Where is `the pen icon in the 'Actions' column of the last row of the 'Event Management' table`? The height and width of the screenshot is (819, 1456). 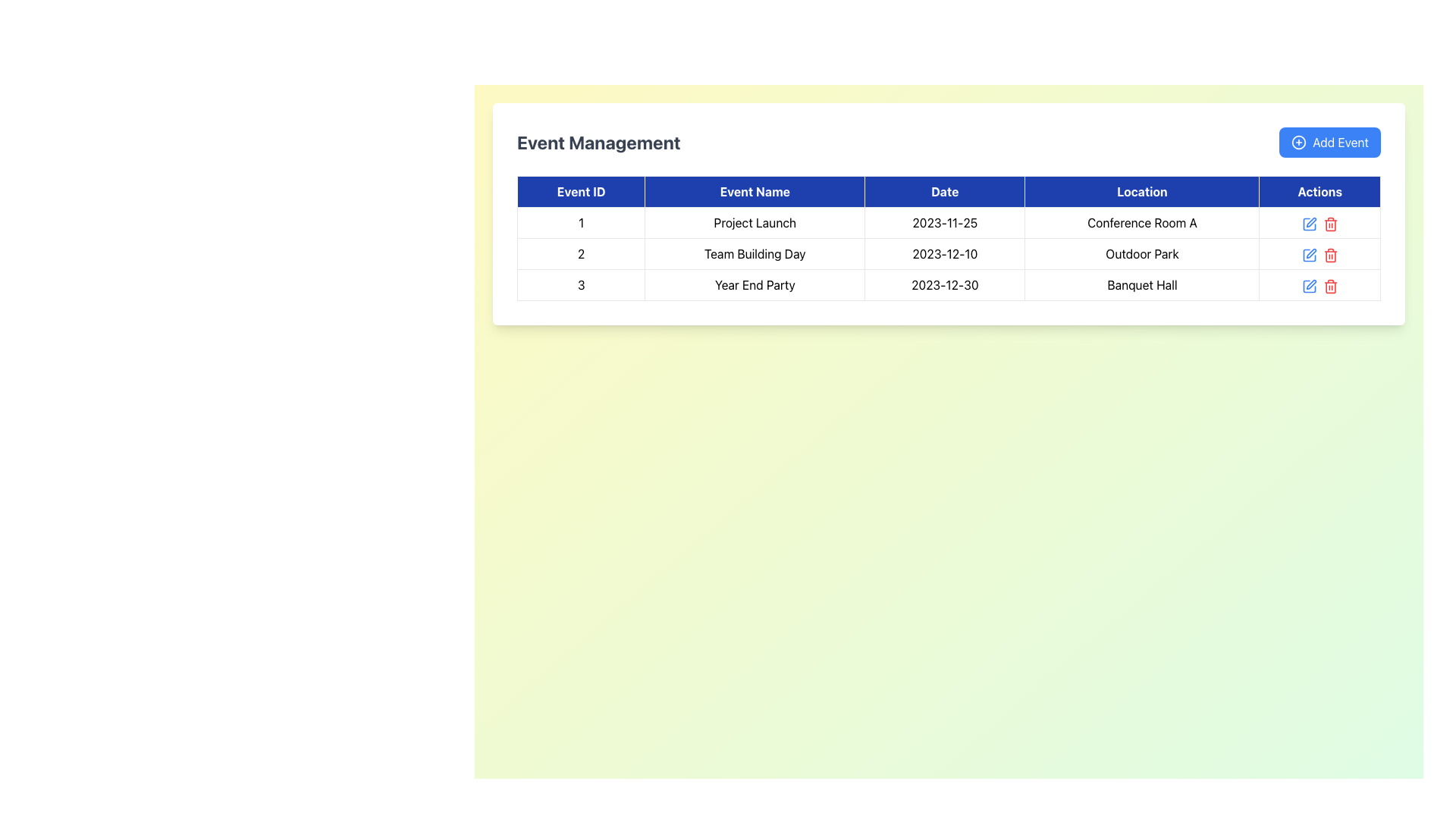 the pen icon in the 'Actions' column of the last row of the 'Event Management' table is located at coordinates (1310, 284).